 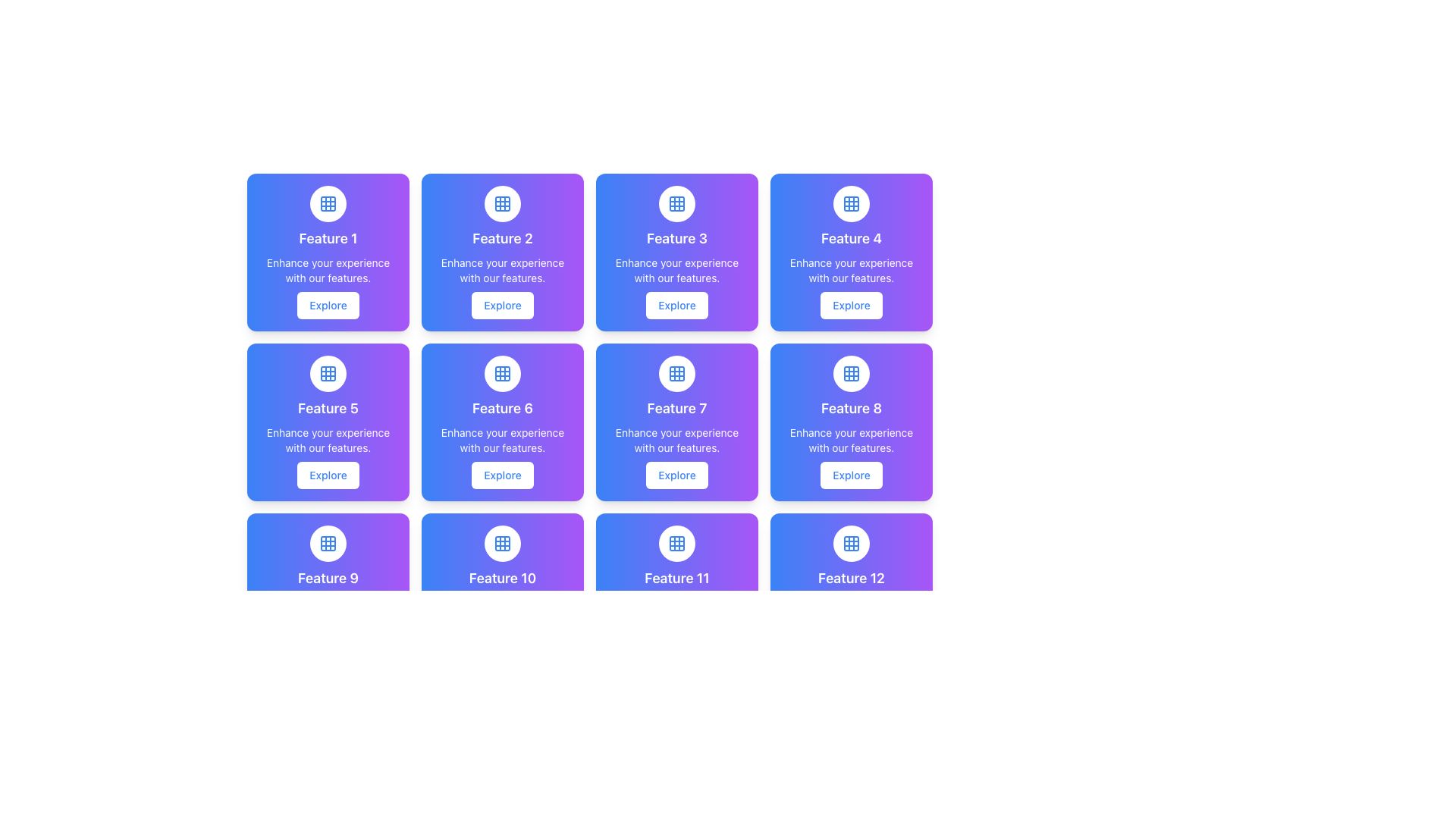 What do you see at coordinates (676, 270) in the screenshot?
I see `the Text Label that provides a descriptive tagline for 'Feature 3', located underneath the title and above the 'Explore' button` at bounding box center [676, 270].